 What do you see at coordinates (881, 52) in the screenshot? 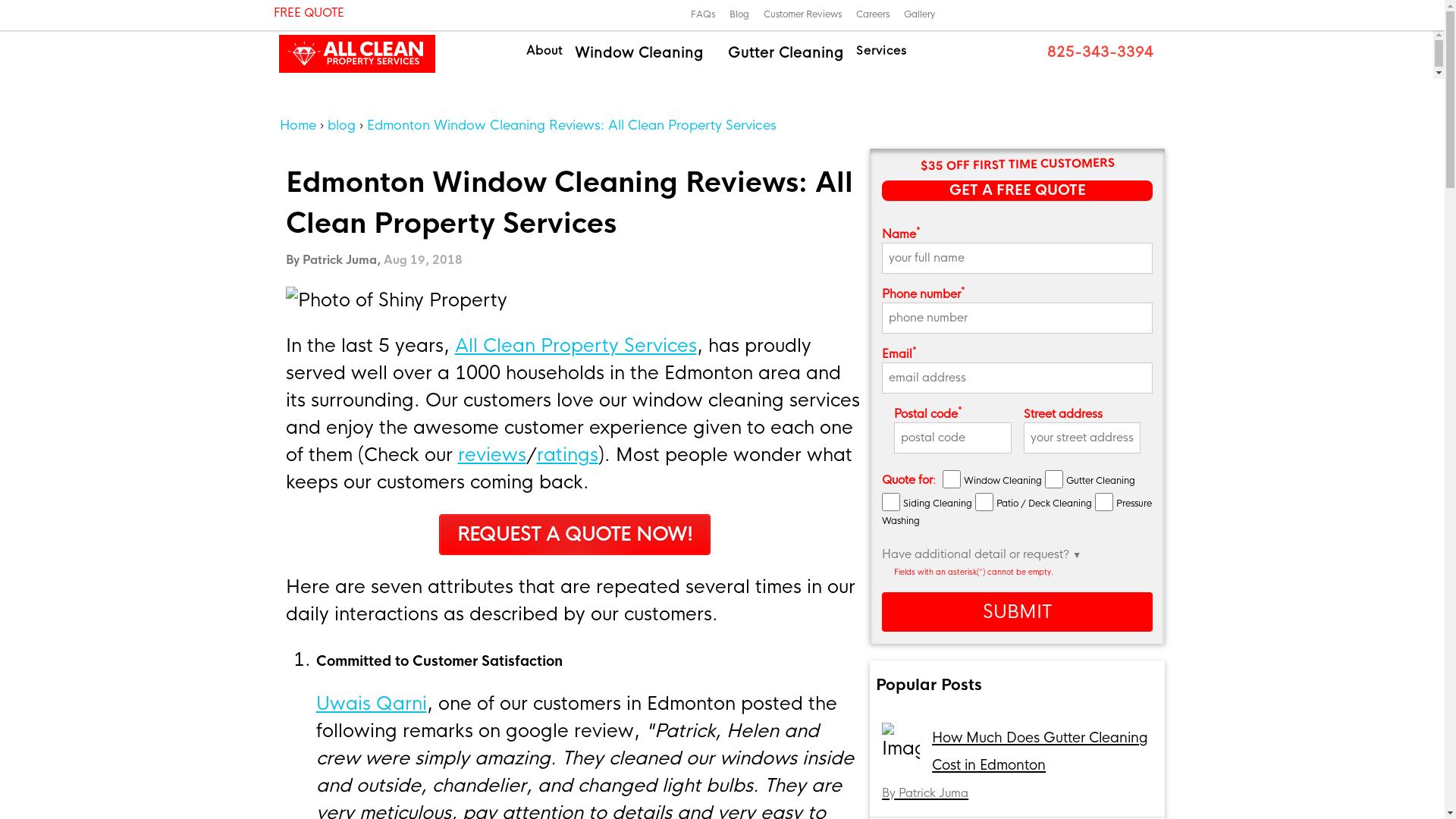
I see `'Services'` at bounding box center [881, 52].